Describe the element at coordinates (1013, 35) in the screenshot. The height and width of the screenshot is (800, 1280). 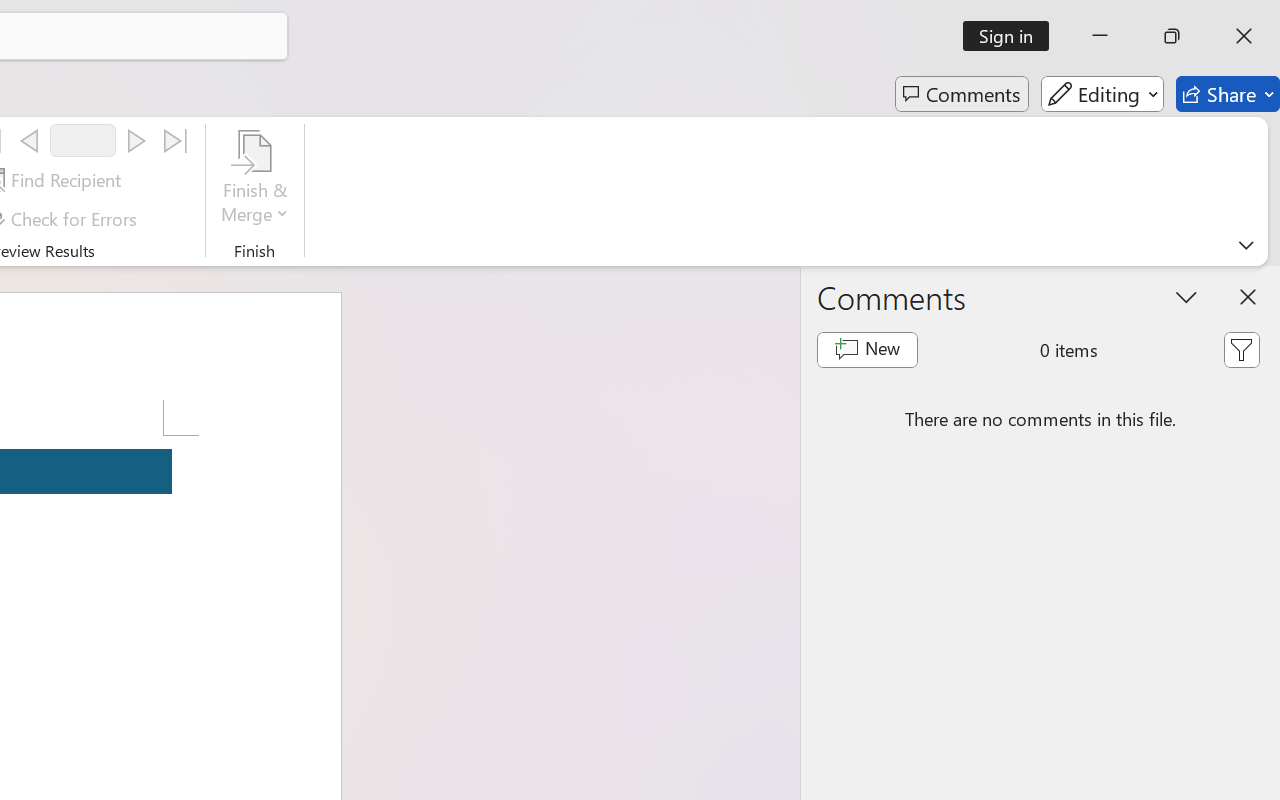
I see `'Sign in'` at that location.